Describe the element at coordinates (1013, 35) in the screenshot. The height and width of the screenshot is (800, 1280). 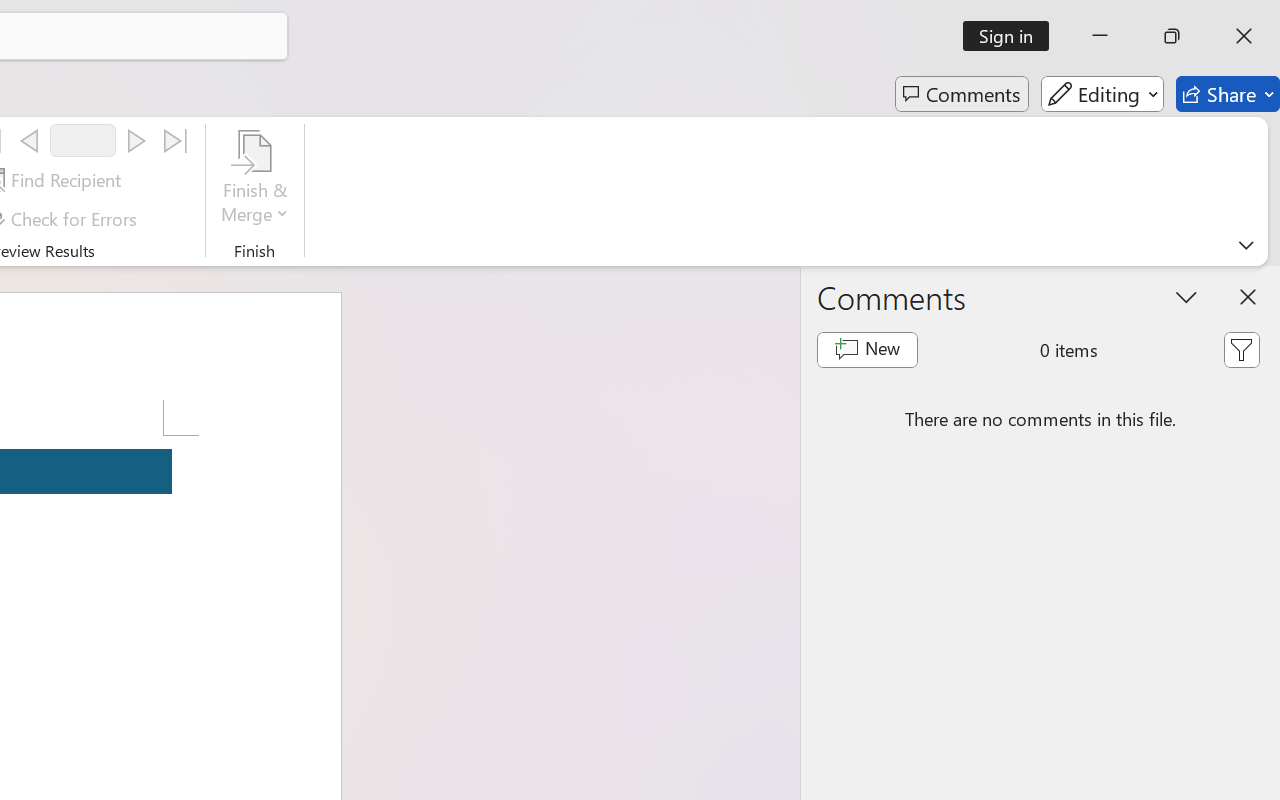
I see `'Sign in'` at that location.